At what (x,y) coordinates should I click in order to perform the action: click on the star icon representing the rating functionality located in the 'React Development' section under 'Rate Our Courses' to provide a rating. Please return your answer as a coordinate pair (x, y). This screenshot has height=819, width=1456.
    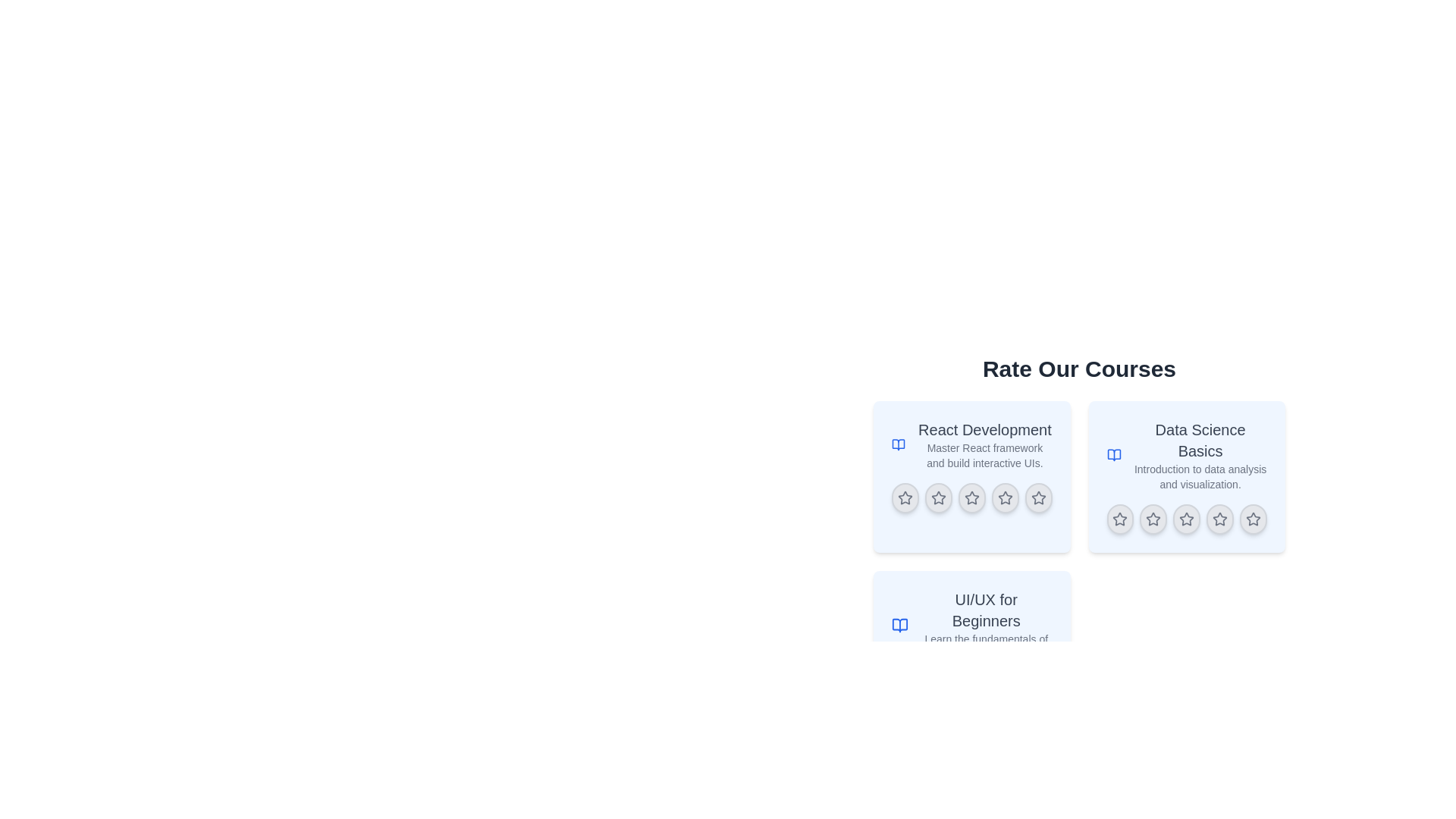
    Looking at the image, I should click on (1037, 497).